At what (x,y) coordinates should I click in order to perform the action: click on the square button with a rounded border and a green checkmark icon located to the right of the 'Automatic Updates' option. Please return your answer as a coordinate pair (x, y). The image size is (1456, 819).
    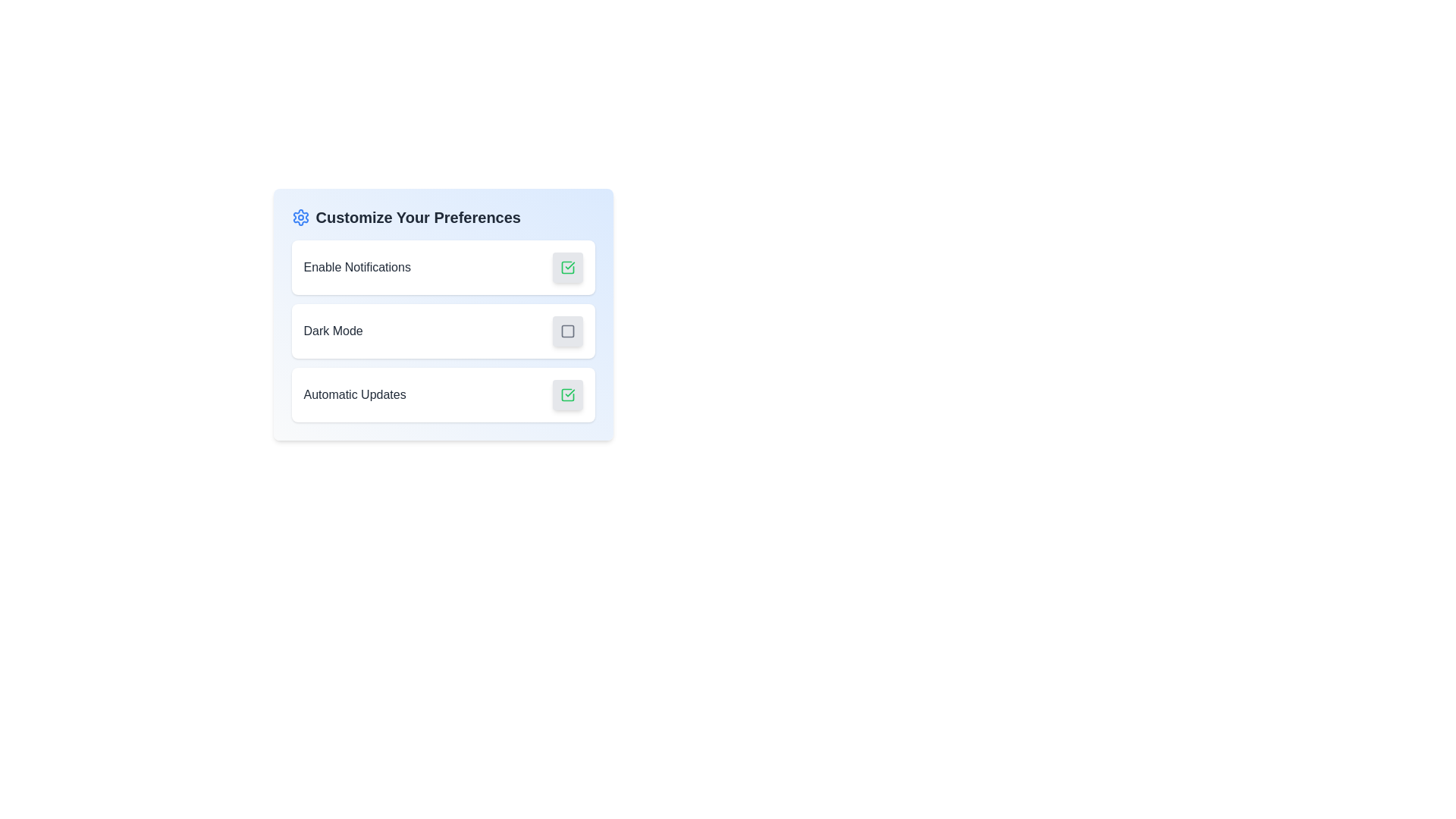
    Looking at the image, I should click on (566, 394).